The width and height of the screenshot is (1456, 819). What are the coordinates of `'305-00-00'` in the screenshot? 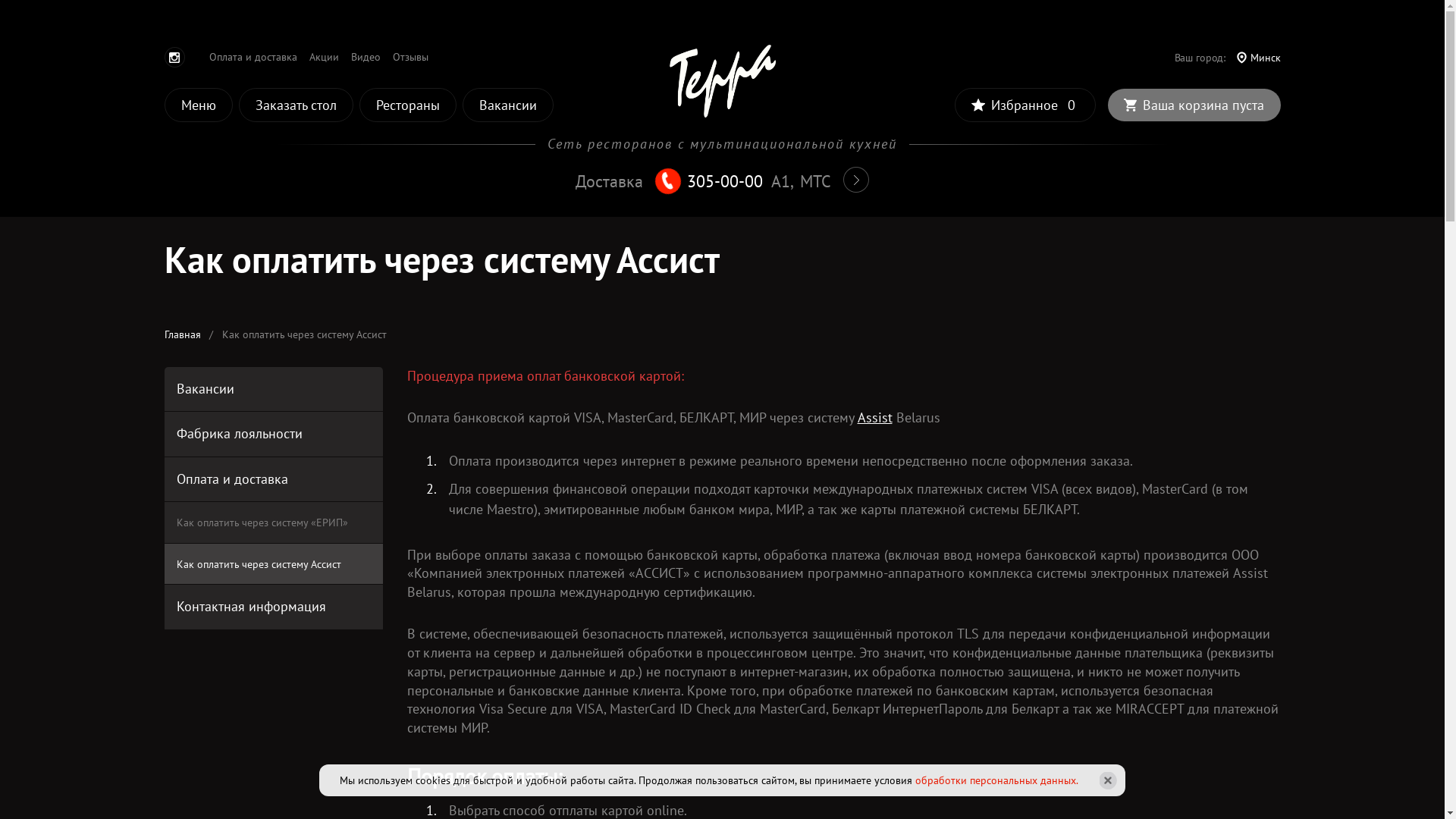 It's located at (723, 180).